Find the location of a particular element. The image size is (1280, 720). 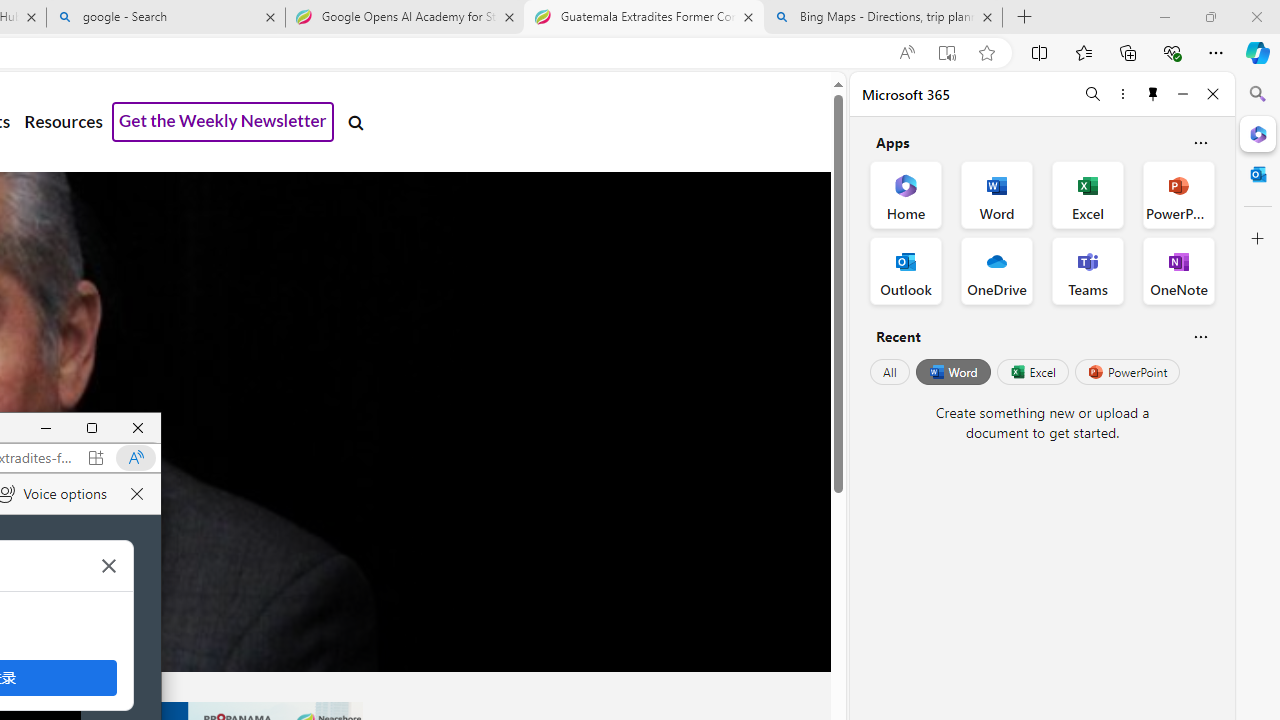

'Excel Office App' is located at coordinates (1087, 195).